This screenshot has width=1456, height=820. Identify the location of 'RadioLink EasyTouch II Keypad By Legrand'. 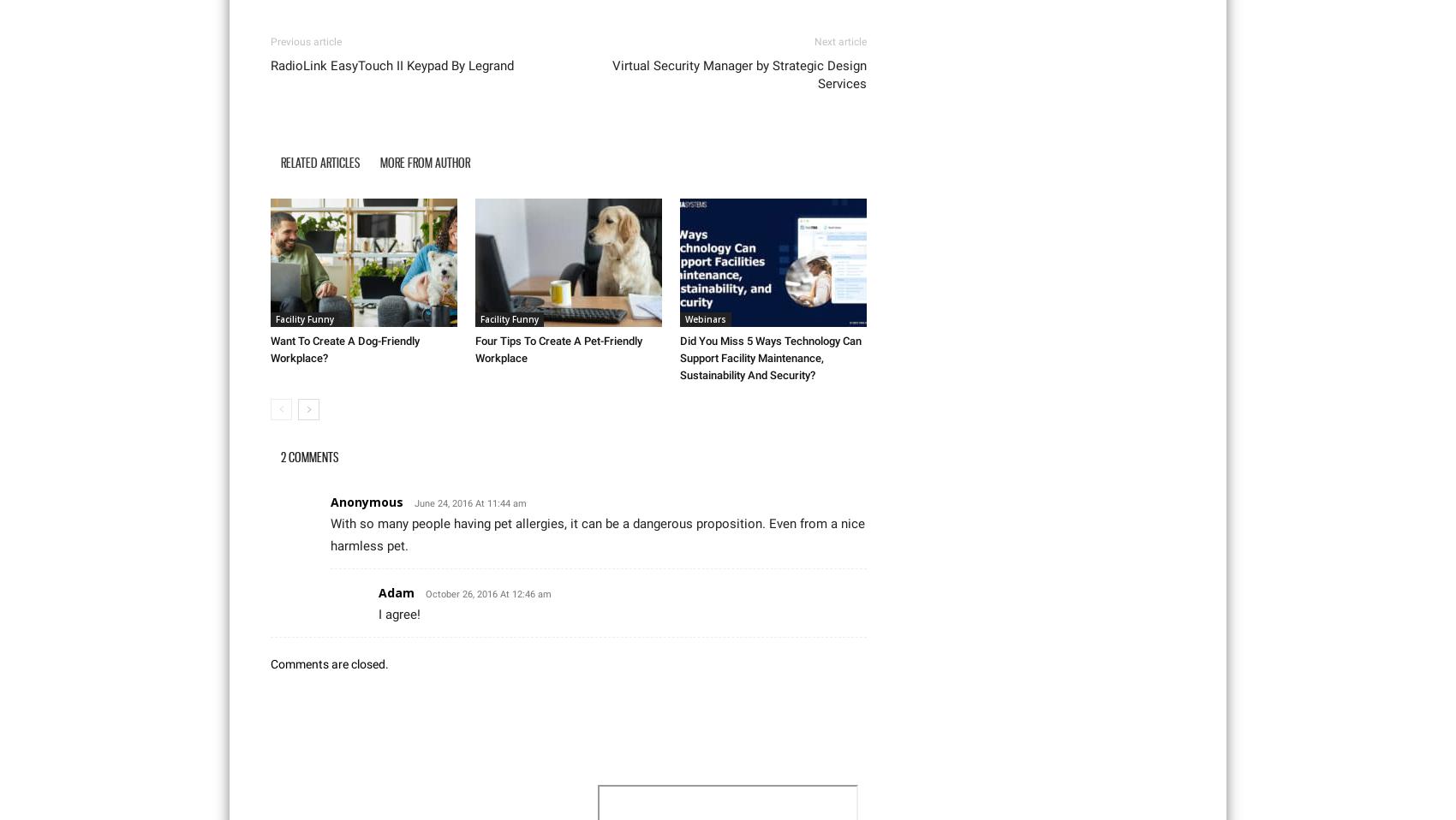
(271, 63).